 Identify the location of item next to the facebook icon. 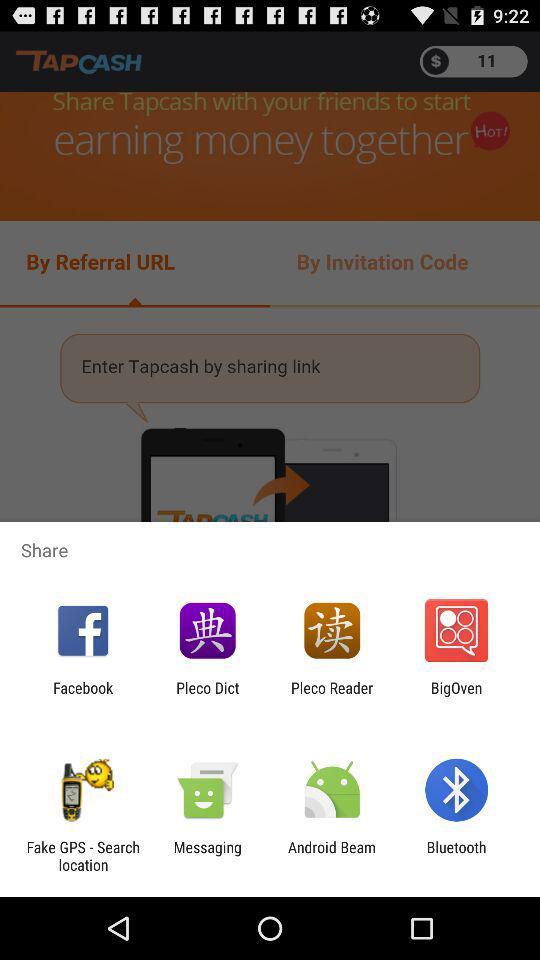
(206, 696).